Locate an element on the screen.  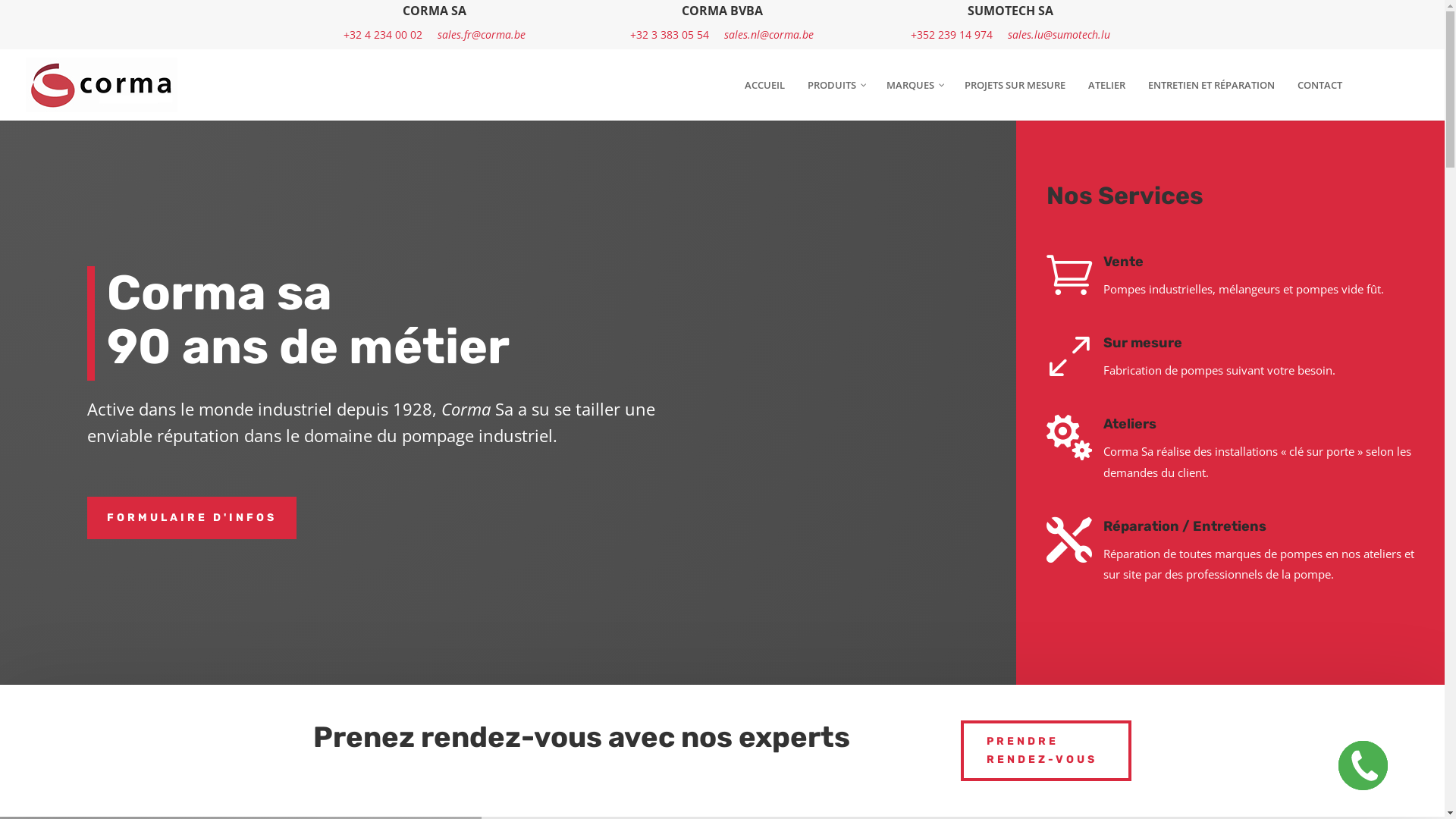
'+352 239 14 974' is located at coordinates (950, 34).